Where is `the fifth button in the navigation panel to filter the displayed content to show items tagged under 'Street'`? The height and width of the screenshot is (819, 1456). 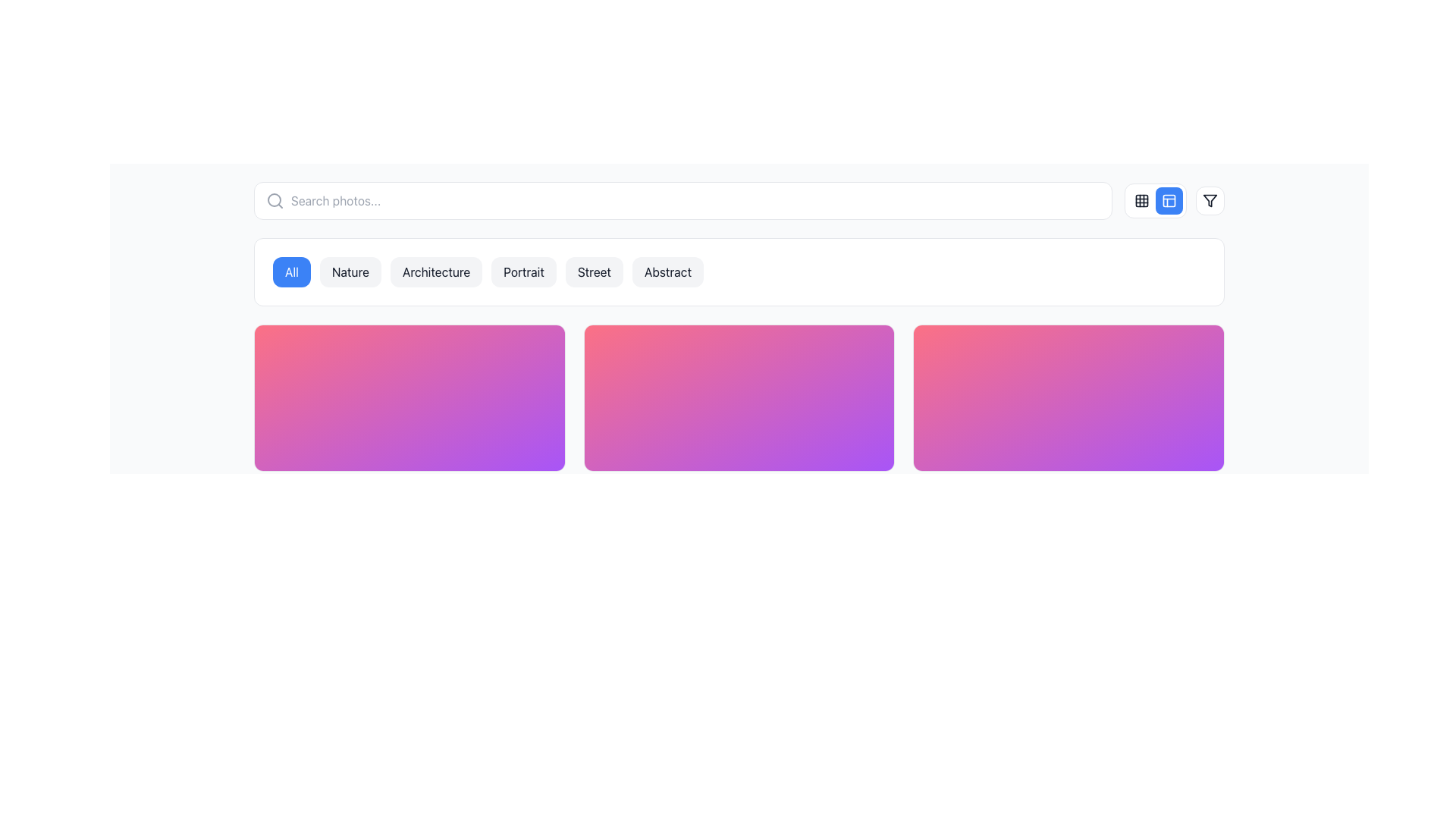
the fifth button in the navigation panel to filter the displayed content to show items tagged under 'Street' is located at coordinates (593, 271).